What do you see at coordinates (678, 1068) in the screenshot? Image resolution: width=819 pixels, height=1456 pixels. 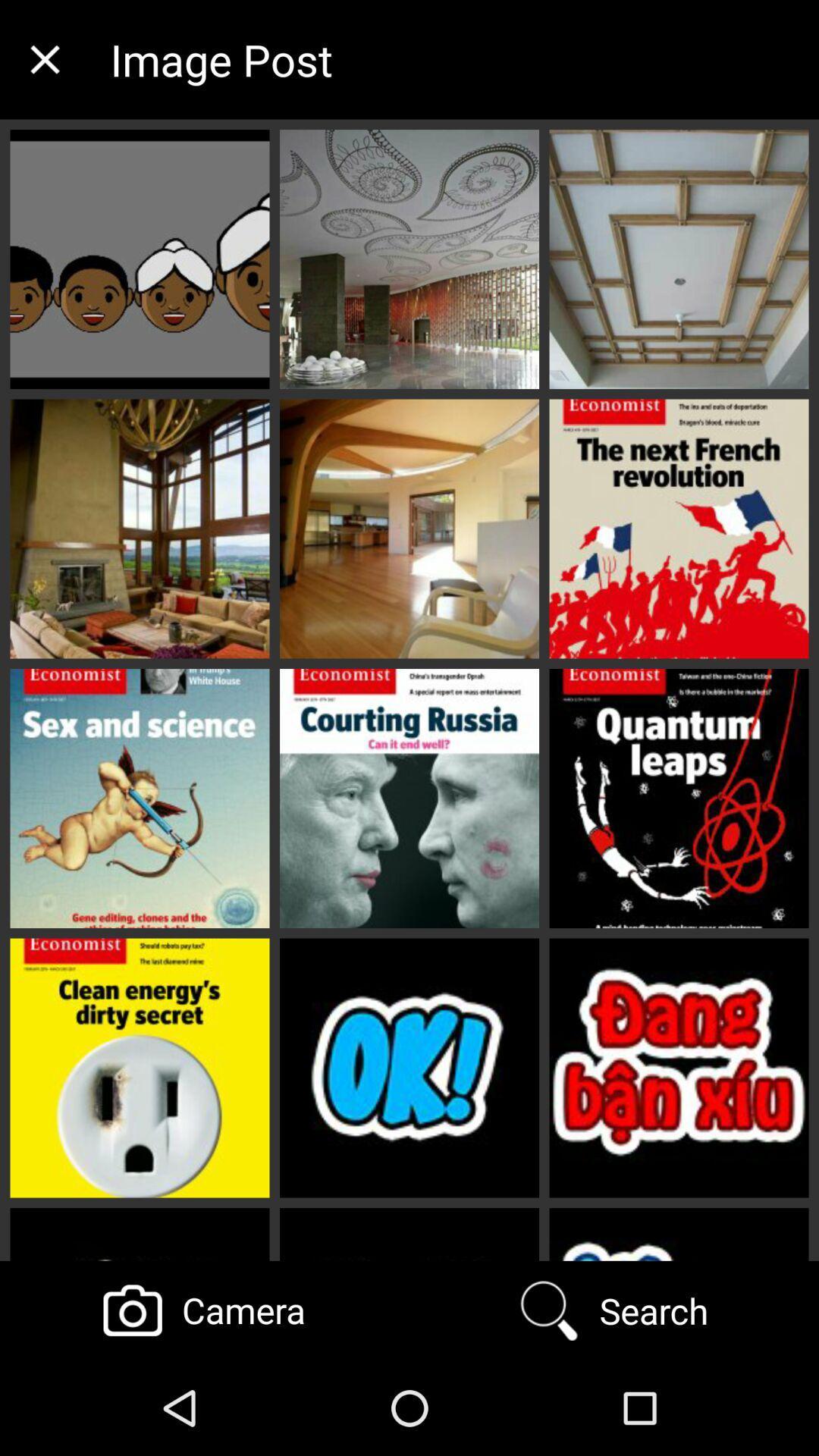 I see `the image on the bottom right corner of the web page` at bounding box center [678, 1068].